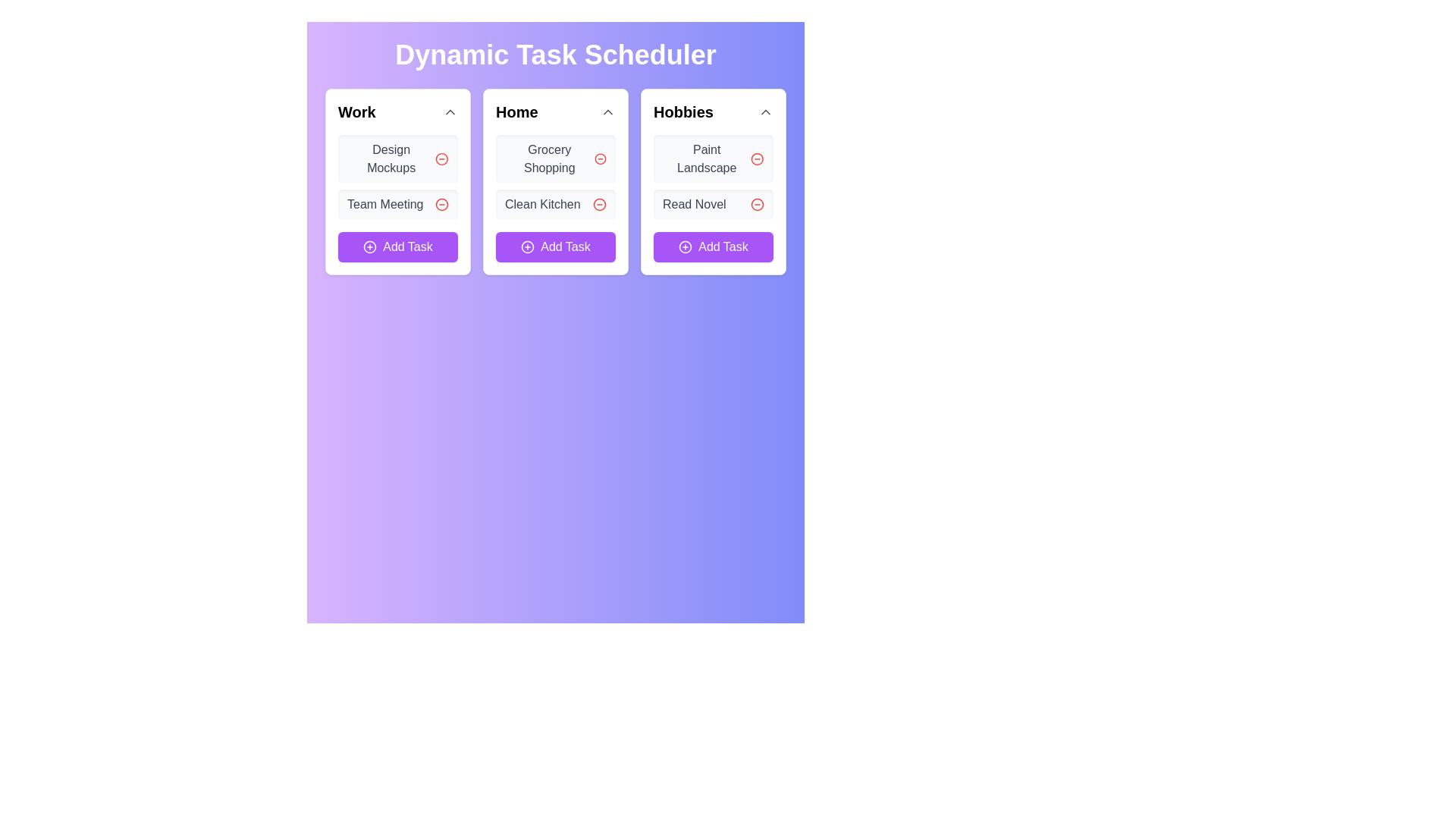 Image resolution: width=1456 pixels, height=819 pixels. I want to click on the Circle SVG element that forms the backdrop of the 'Add Task' button's plus symbol located in the 'Hobbies' card, so click(685, 246).